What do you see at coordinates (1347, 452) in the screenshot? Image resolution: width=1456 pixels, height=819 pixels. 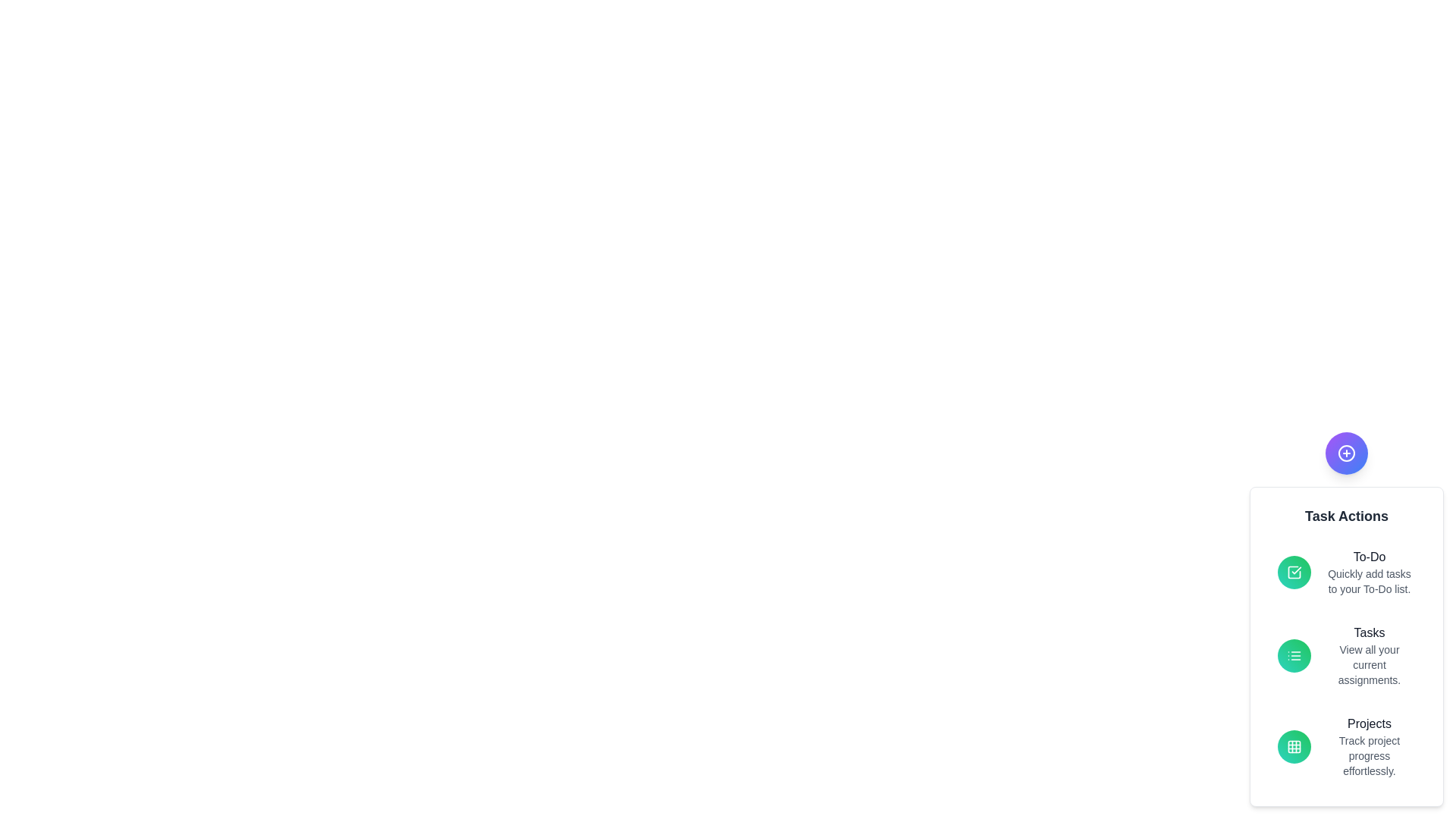 I see `floating action button to toggle the visibility of the Task Actions menu` at bounding box center [1347, 452].